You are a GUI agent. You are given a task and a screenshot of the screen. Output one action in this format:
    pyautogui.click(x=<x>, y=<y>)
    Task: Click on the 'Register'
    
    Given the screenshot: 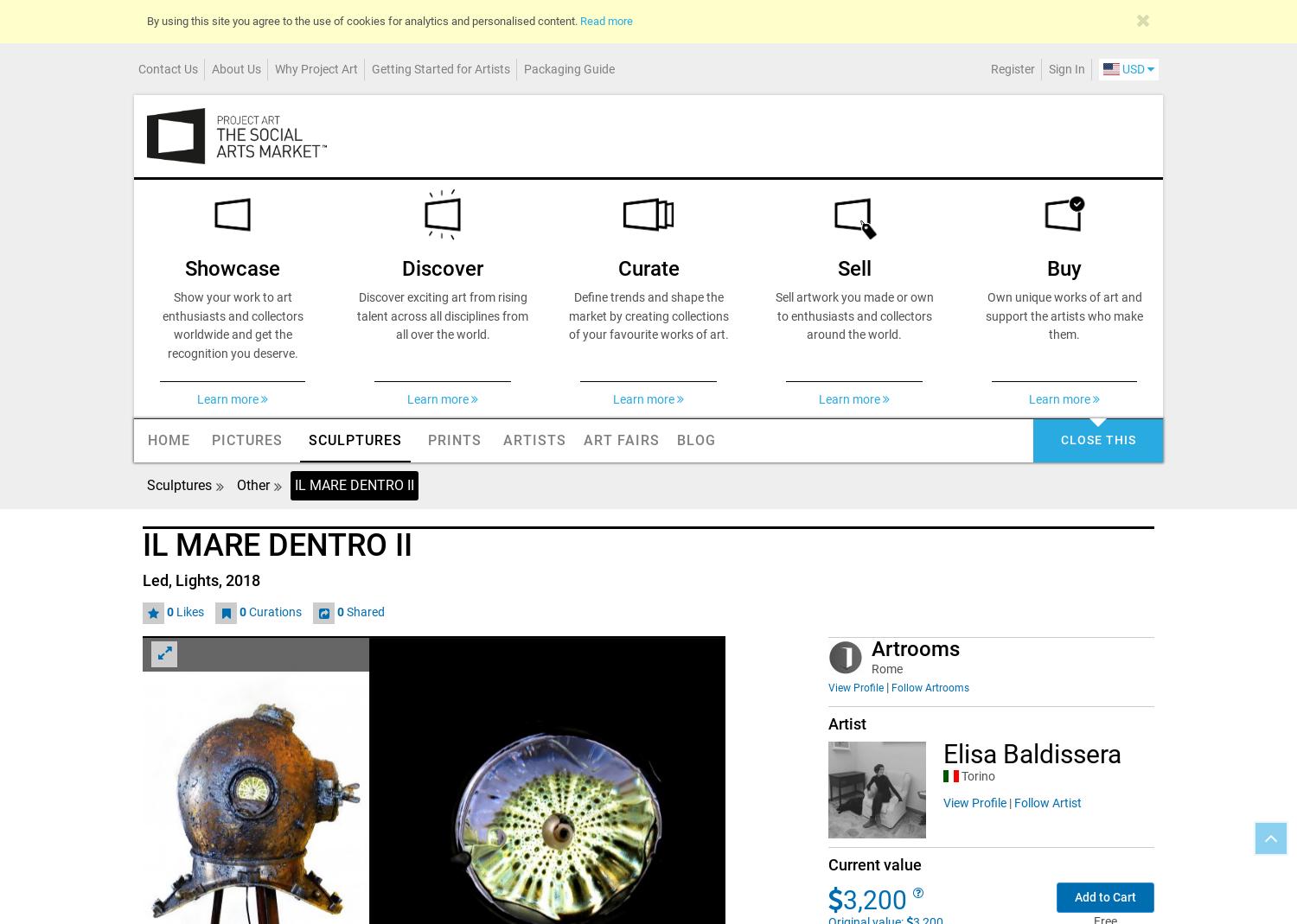 What is the action you would take?
    pyautogui.click(x=991, y=67)
    